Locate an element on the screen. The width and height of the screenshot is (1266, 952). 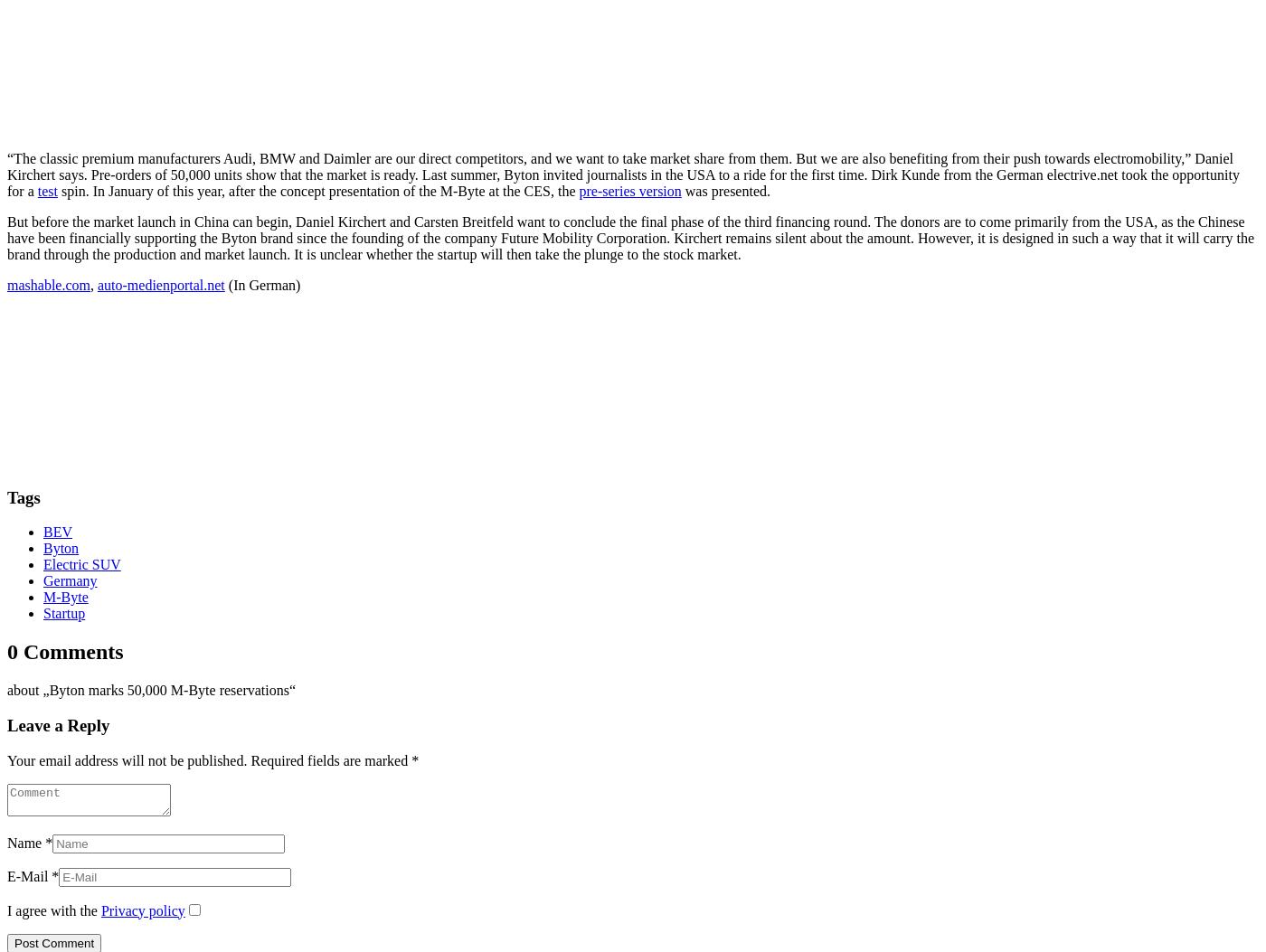
'Privacy policy' is located at coordinates (99, 909).